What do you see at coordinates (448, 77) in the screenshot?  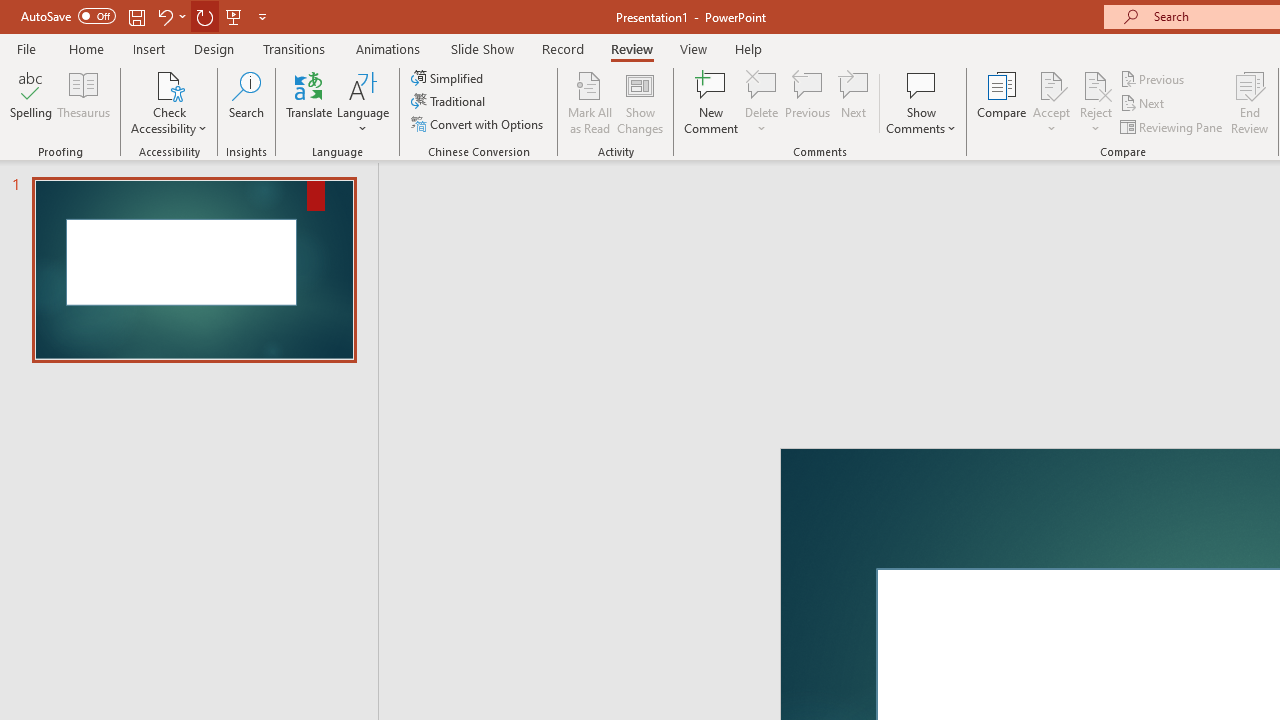 I see `'Simplified'` at bounding box center [448, 77].